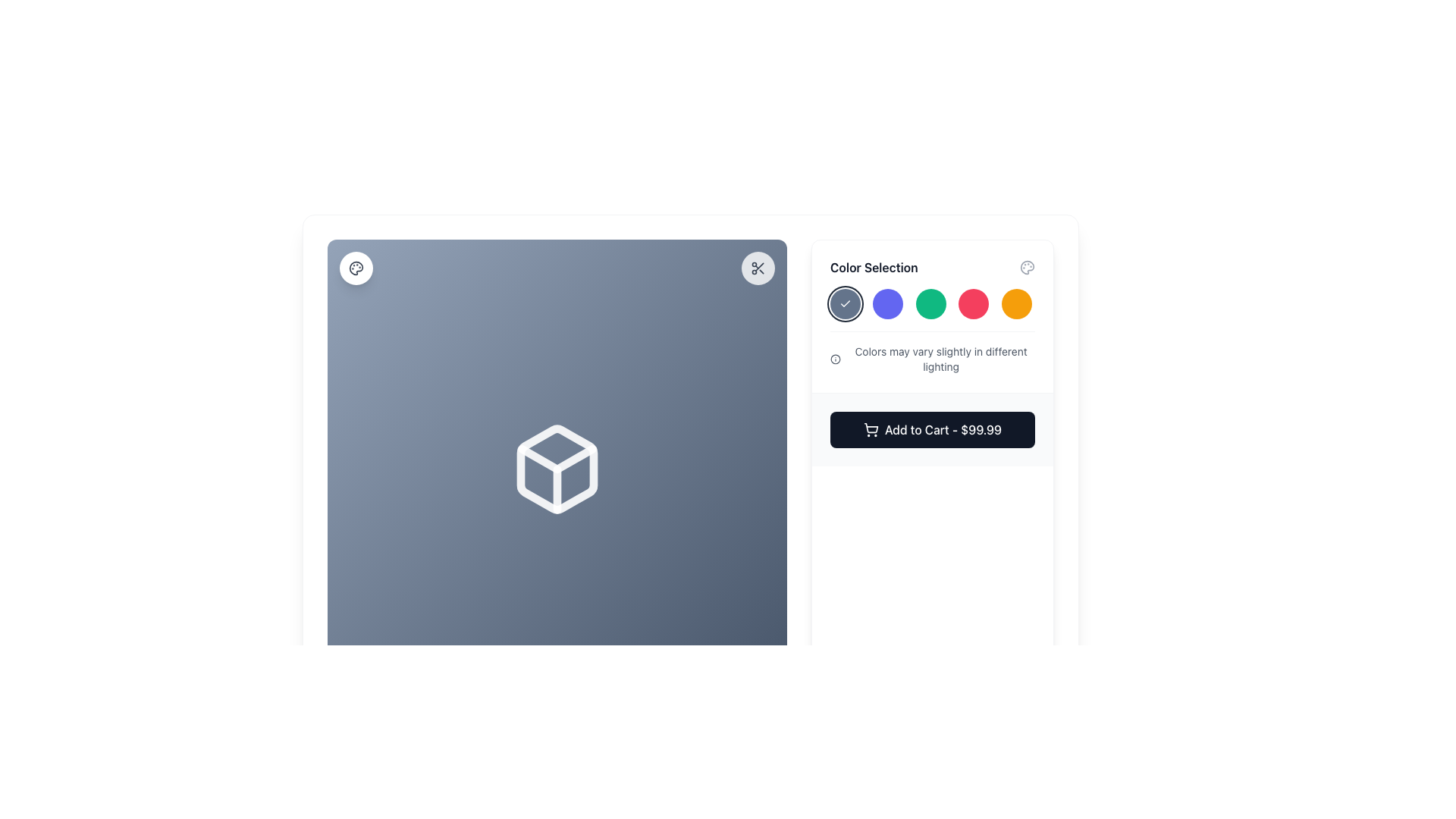 This screenshot has height=819, width=1456. What do you see at coordinates (974, 304) in the screenshot?
I see `the red color icon in the color selection palette, which is the fourth icon in a horizontal set of five, positioned between the emerald green and amber yellow icons` at bounding box center [974, 304].